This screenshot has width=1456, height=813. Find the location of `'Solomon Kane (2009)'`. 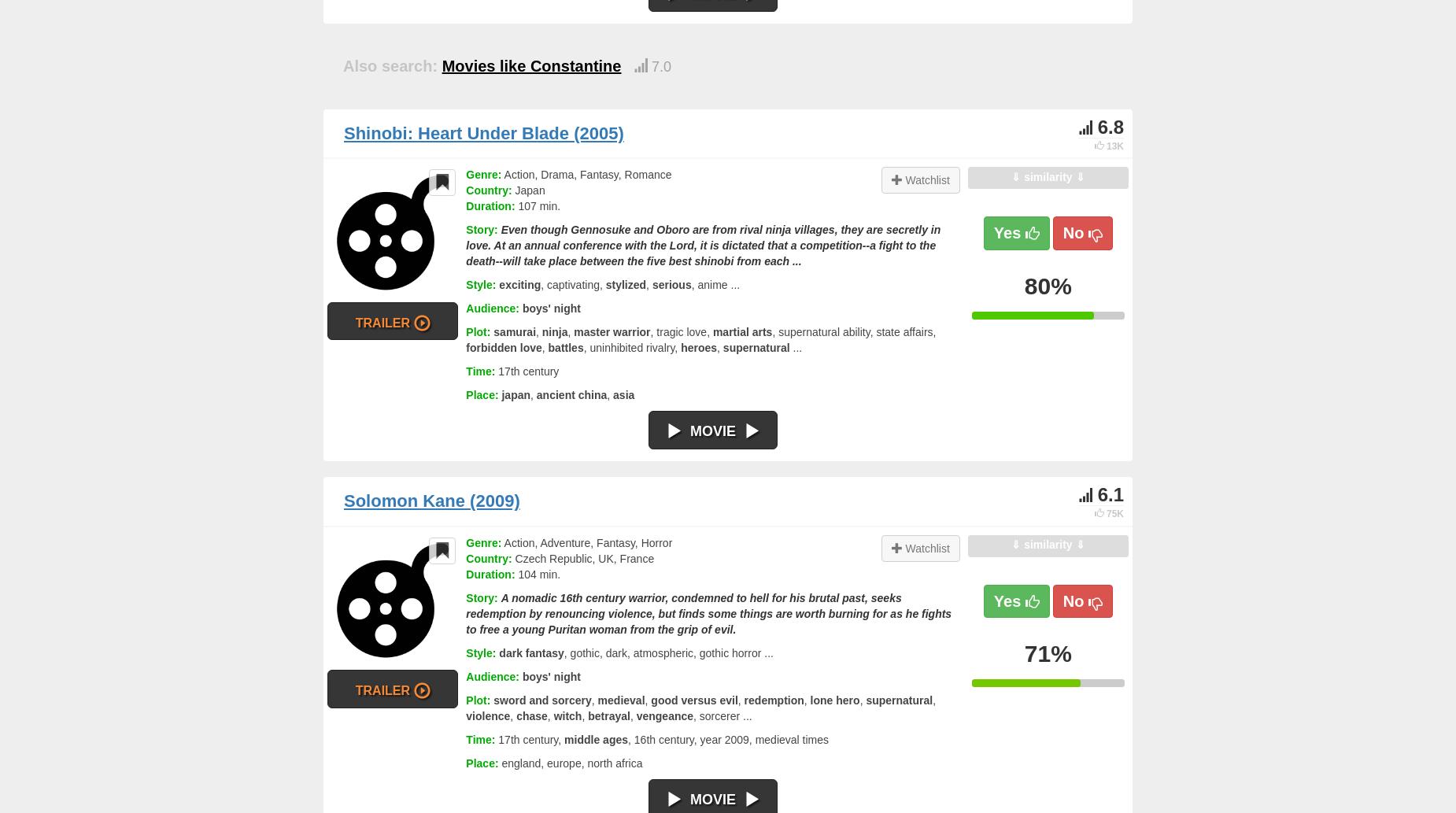

'Solomon Kane (2009)' is located at coordinates (431, 500).